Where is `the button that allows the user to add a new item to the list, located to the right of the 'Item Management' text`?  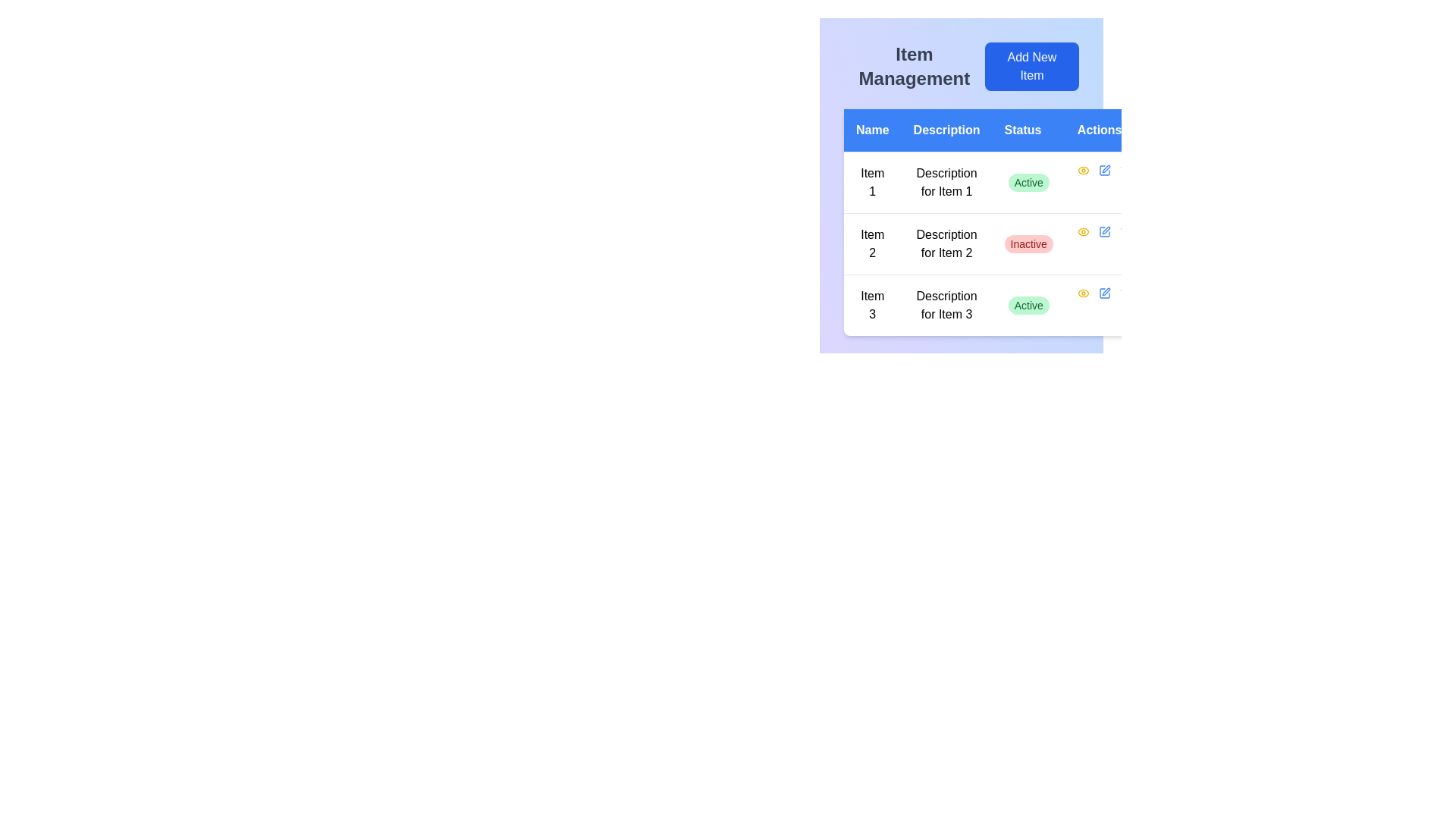
the button that allows the user to add a new item to the list, located to the right of the 'Item Management' text is located at coordinates (1031, 66).